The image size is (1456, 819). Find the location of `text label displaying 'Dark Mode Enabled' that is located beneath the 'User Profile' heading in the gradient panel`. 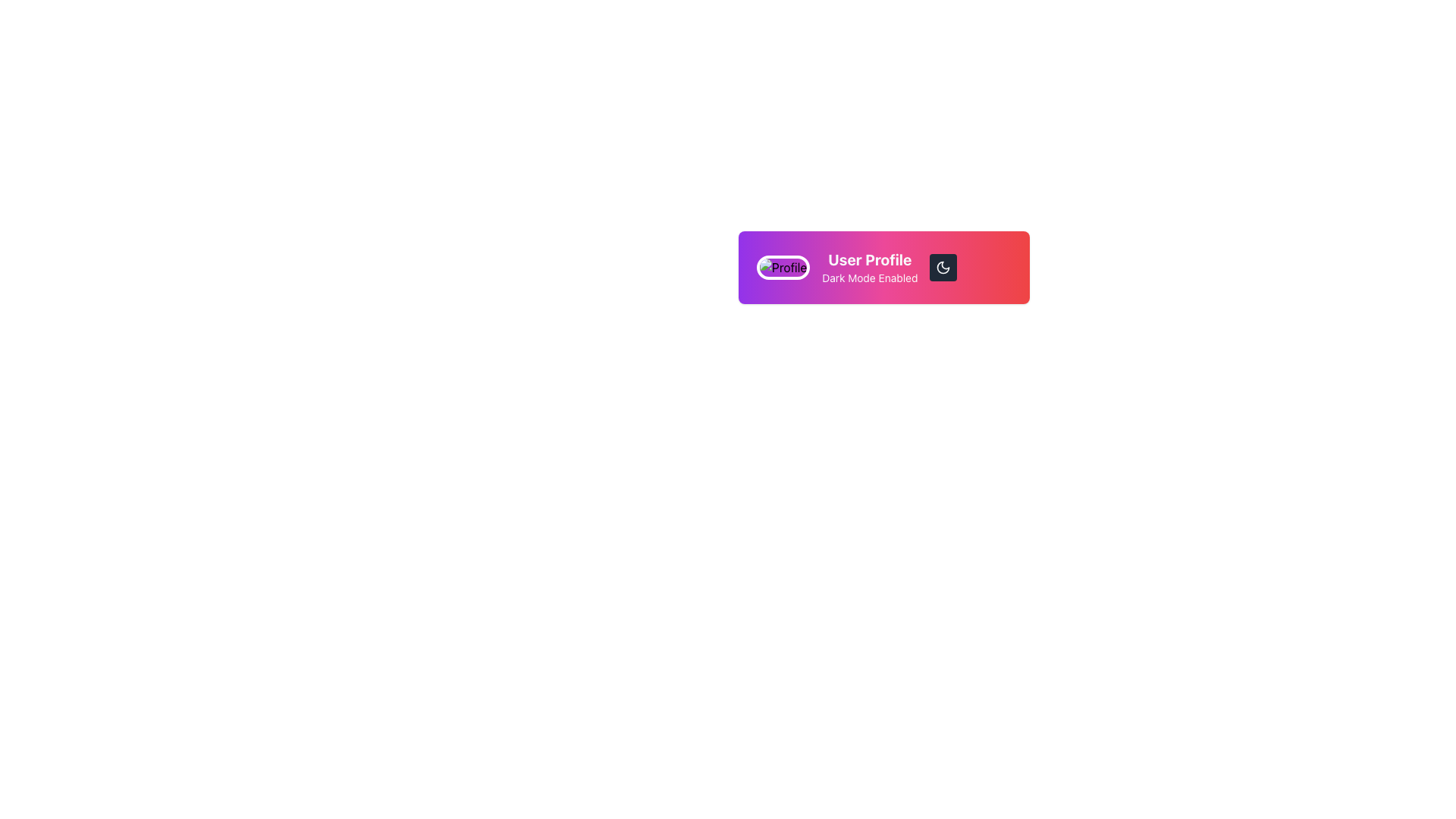

text label displaying 'Dark Mode Enabled' that is located beneath the 'User Profile' heading in the gradient panel is located at coordinates (870, 278).